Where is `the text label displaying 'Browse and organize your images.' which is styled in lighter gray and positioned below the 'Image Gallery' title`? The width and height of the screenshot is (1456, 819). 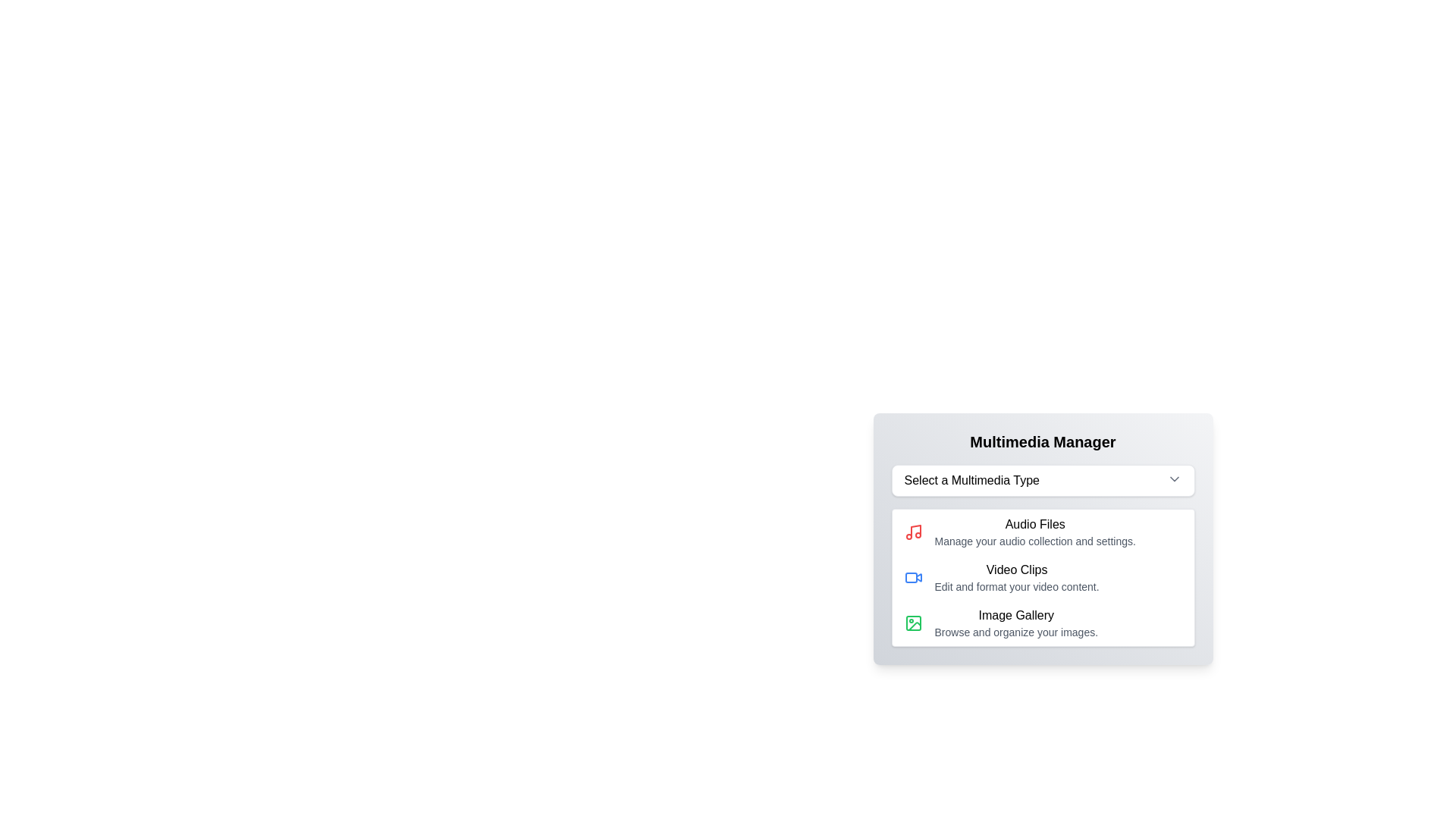
the text label displaying 'Browse and organize your images.' which is styled in lighter gray and positioned below the 'Image Gallery' title is located at coordinates (1016, 632).